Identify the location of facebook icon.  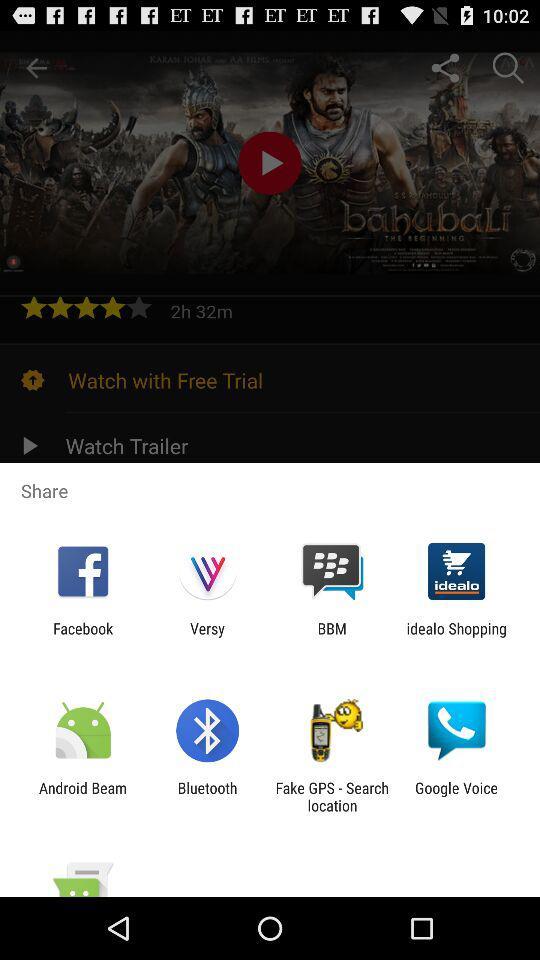
(82, 636).